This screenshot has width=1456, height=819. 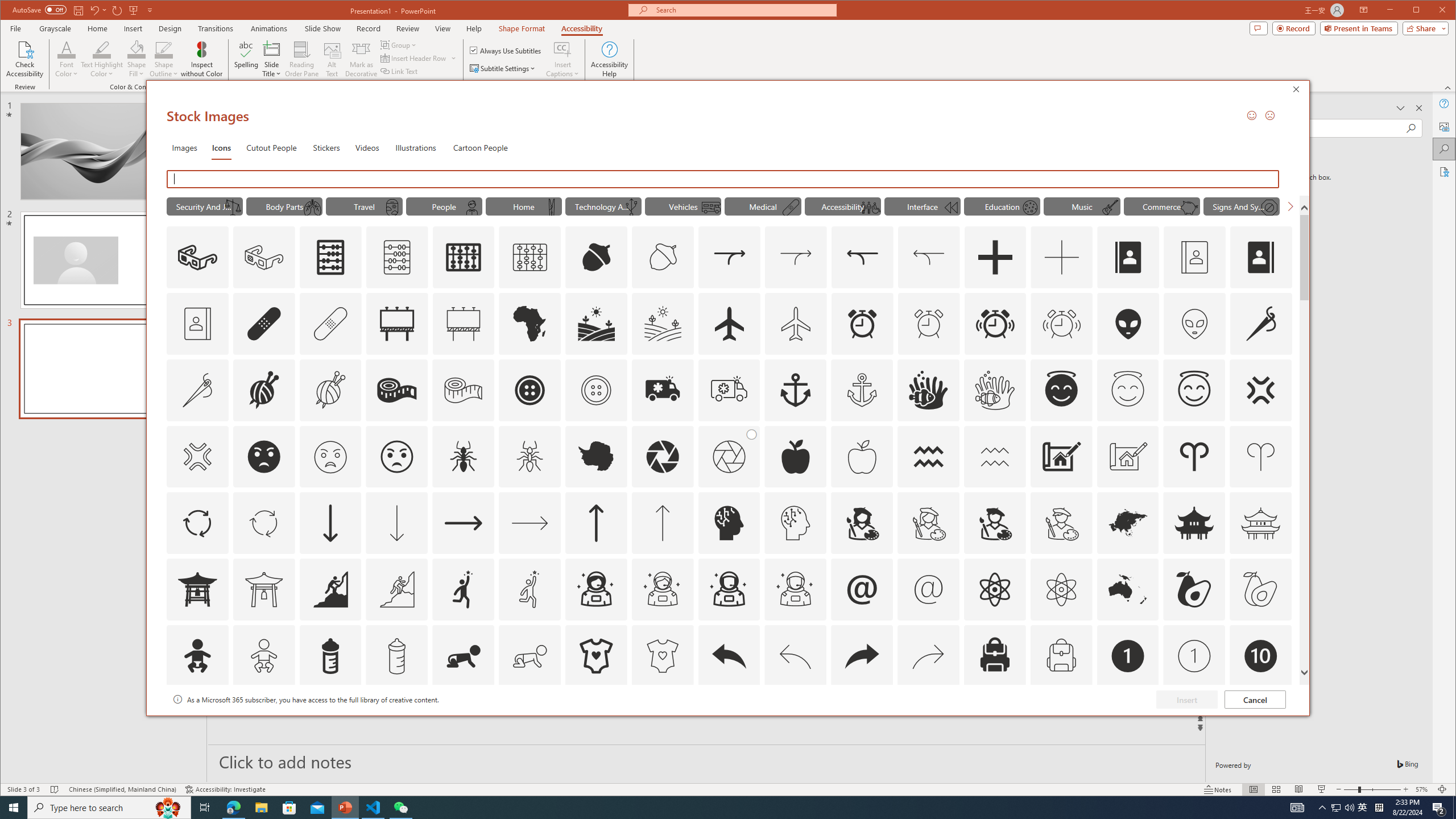 What do you see at coordinates (463, 257) in the screenshot?
I see `'AutomationID: Icons_Abacus1'` at bounding box center [463, 257].